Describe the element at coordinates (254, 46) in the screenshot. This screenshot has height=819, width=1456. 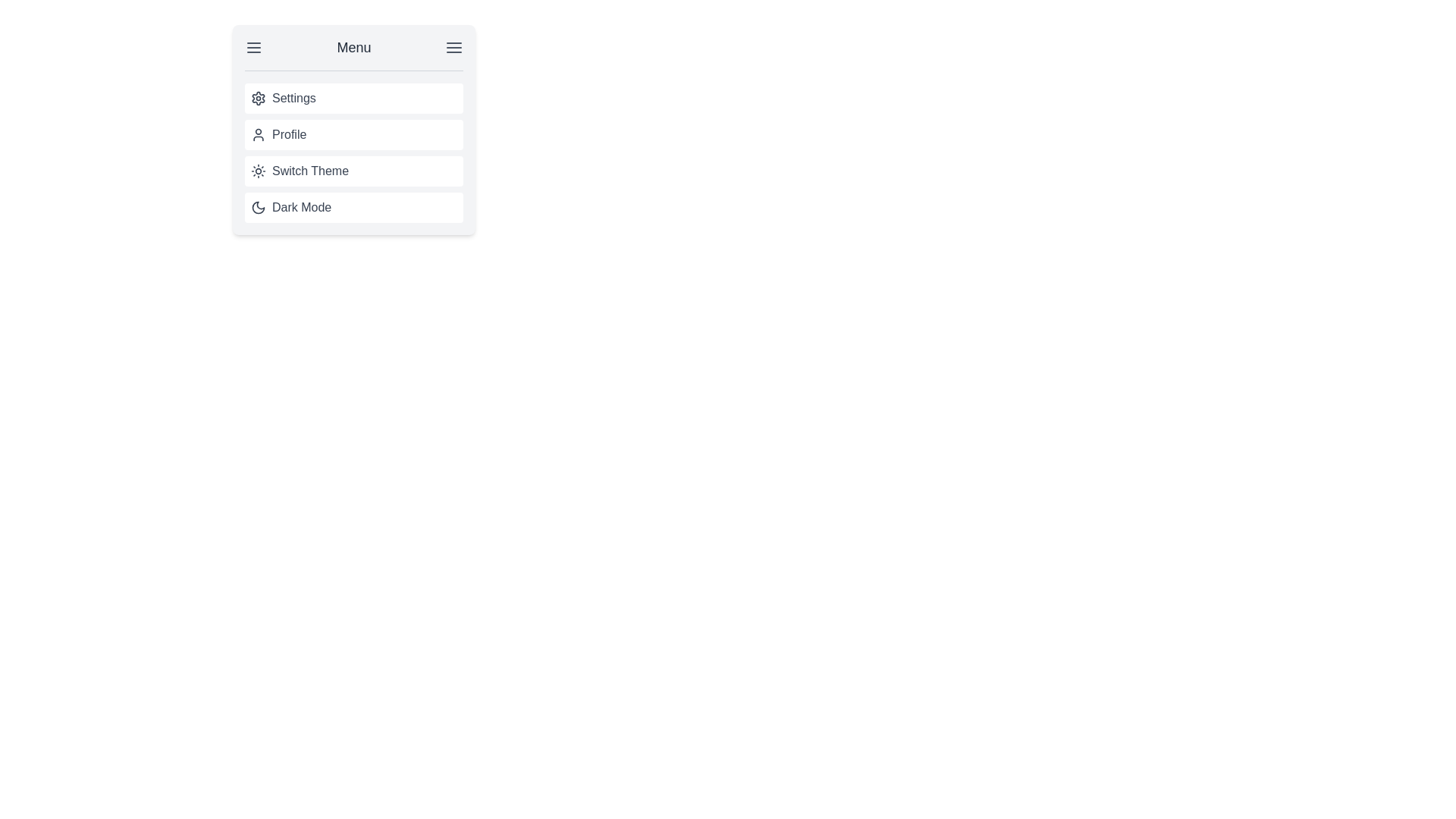
I see `the icon consisting of three horizontal lines in dark gray` at that location.